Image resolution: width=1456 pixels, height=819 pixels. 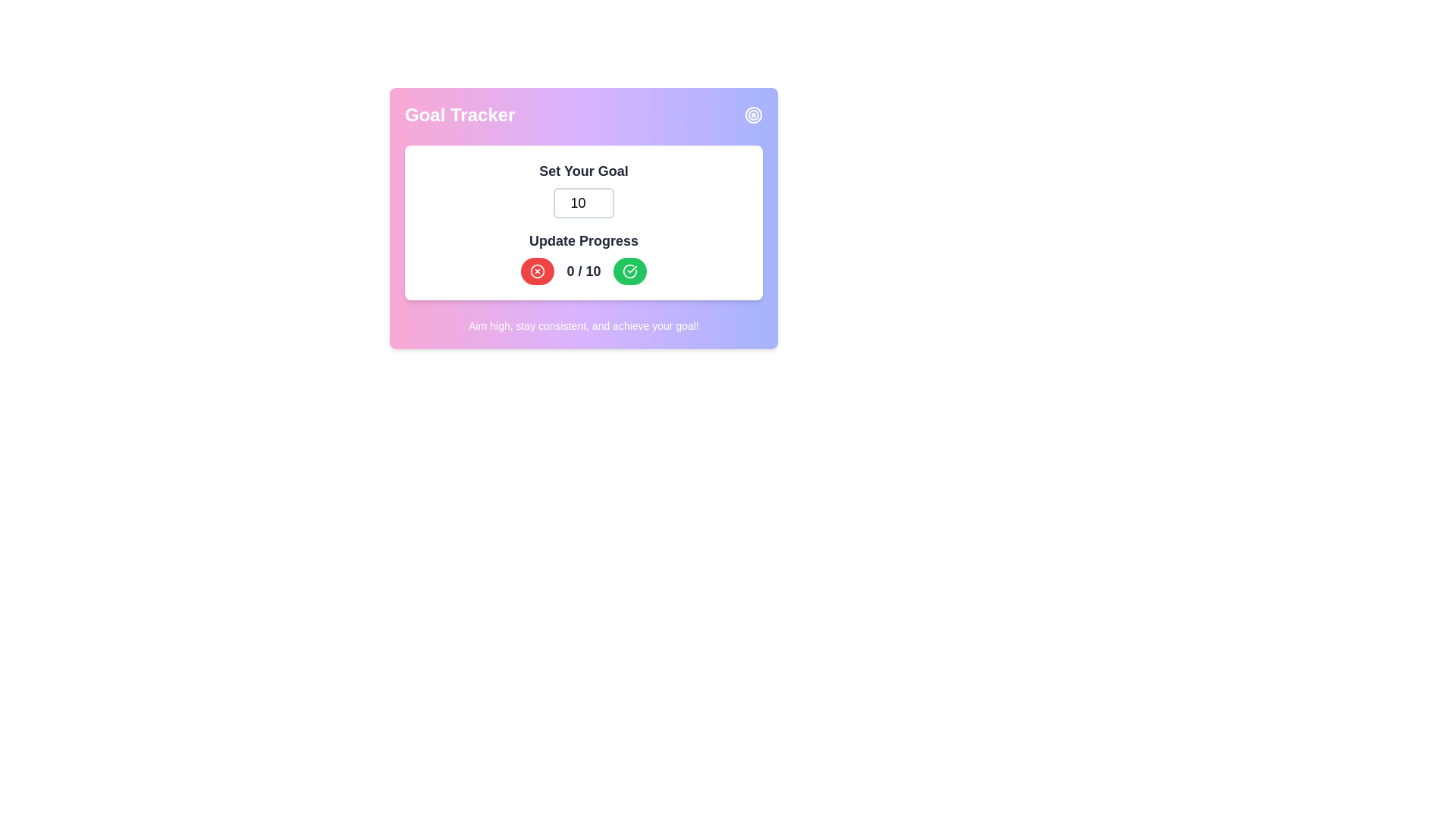 What do you see at coordinates (629, 271) in the screenshot?
I see `the green circular icon with a checkmark located within the button in the 'Goal Tracker' section` at bounding box center [629, 271].